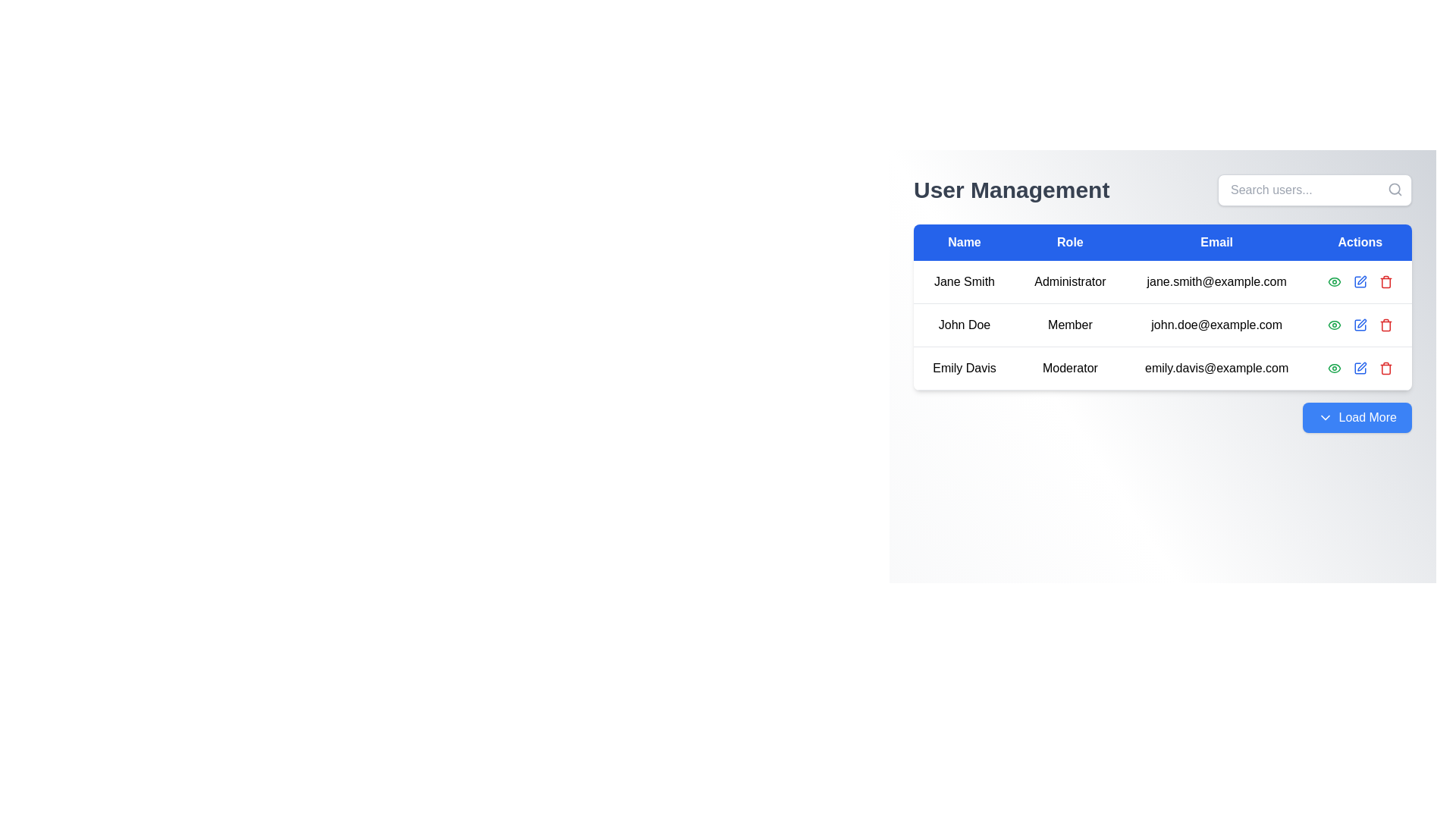  I want to click on the text label identifying the name of the user in the first column of the third row, so click(963, 369).